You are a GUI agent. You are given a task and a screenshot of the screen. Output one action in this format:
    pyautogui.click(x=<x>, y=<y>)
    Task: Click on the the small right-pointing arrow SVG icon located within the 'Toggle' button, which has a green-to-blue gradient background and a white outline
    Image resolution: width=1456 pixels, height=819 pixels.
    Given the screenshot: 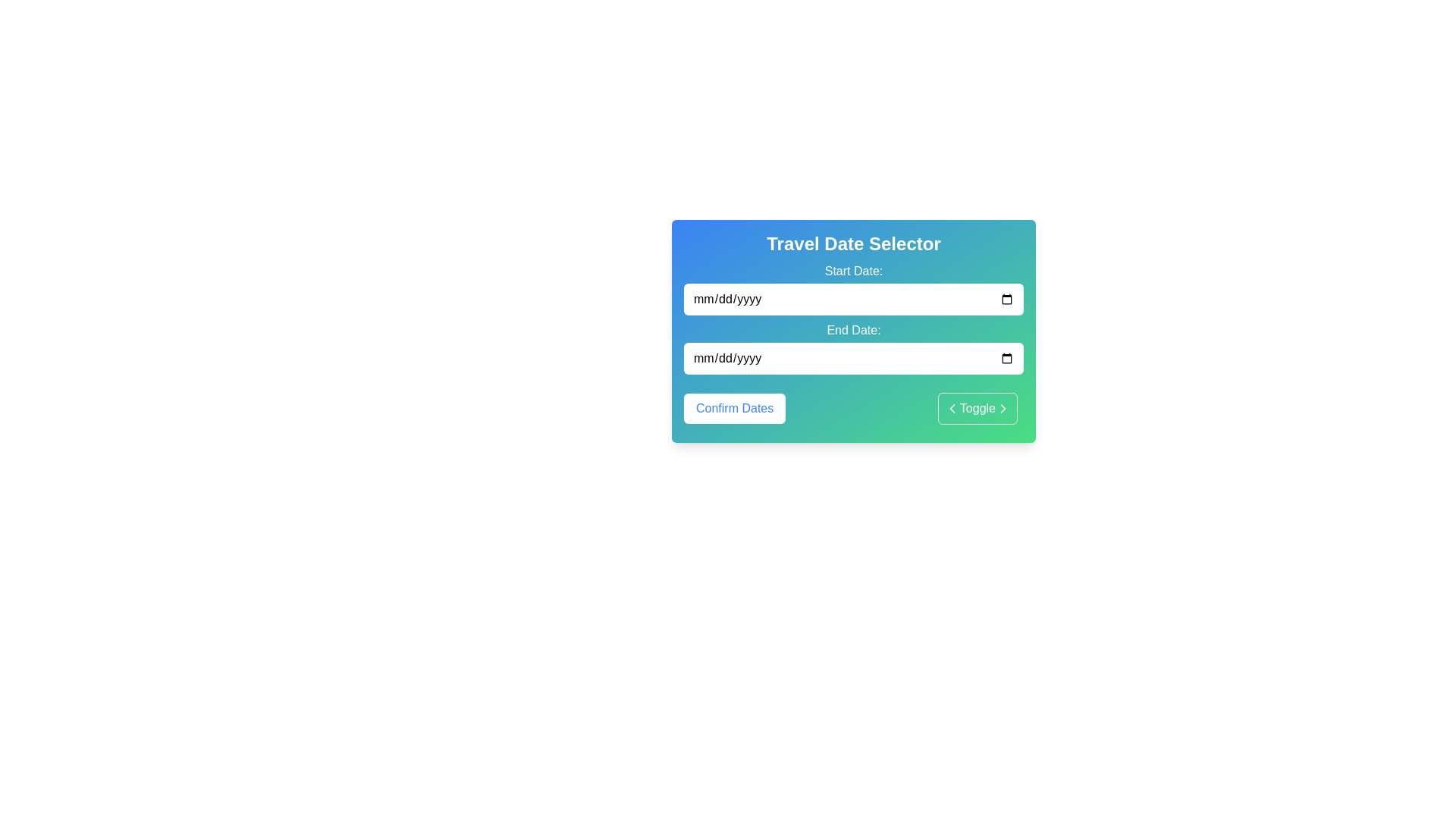 What is the action you would take?
    pyautogui.click(x=1003, y=408)
    